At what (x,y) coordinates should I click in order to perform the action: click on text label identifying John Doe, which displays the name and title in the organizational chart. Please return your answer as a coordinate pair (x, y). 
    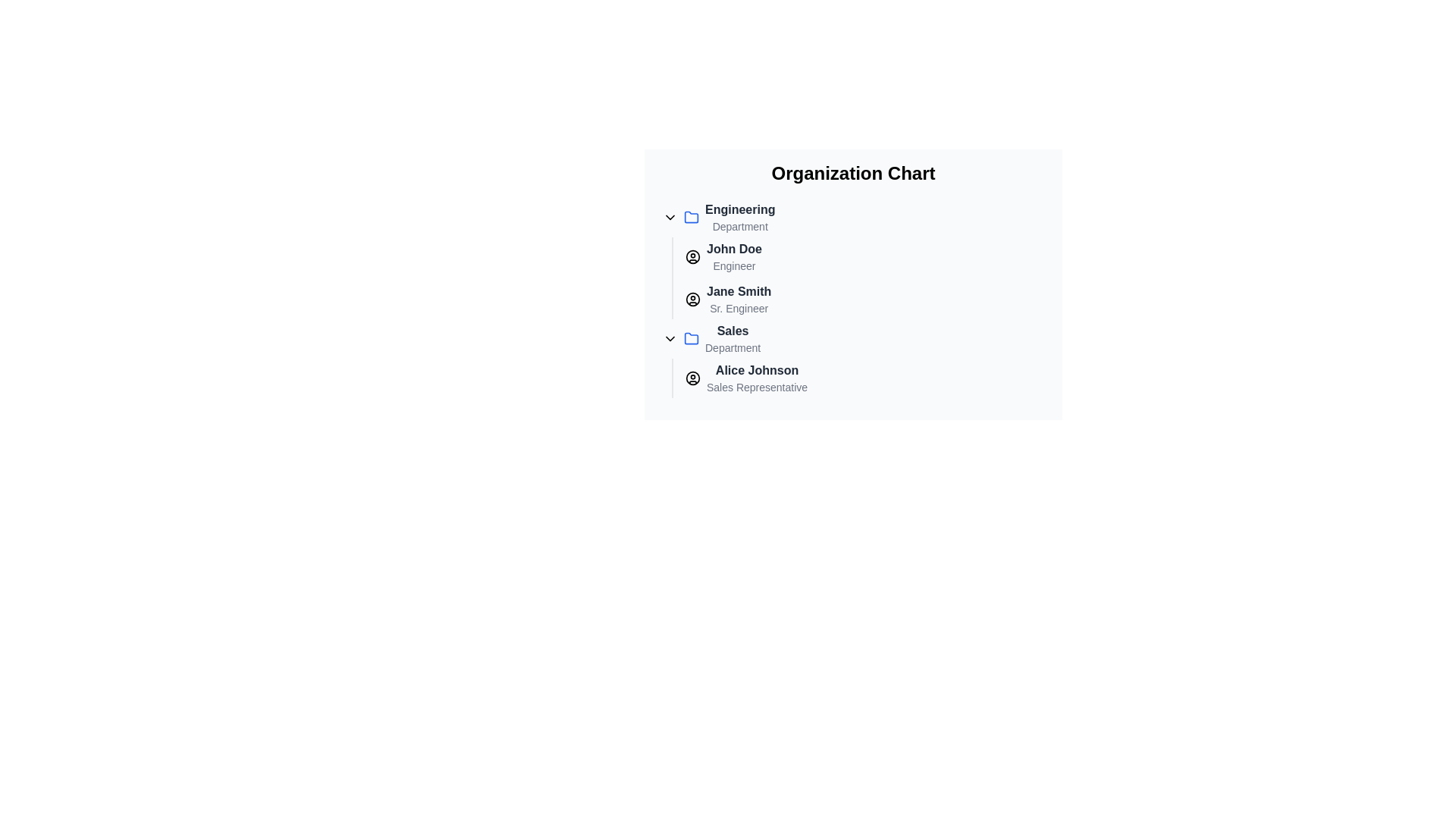
    Looking at the image, I should click on (734, 248).